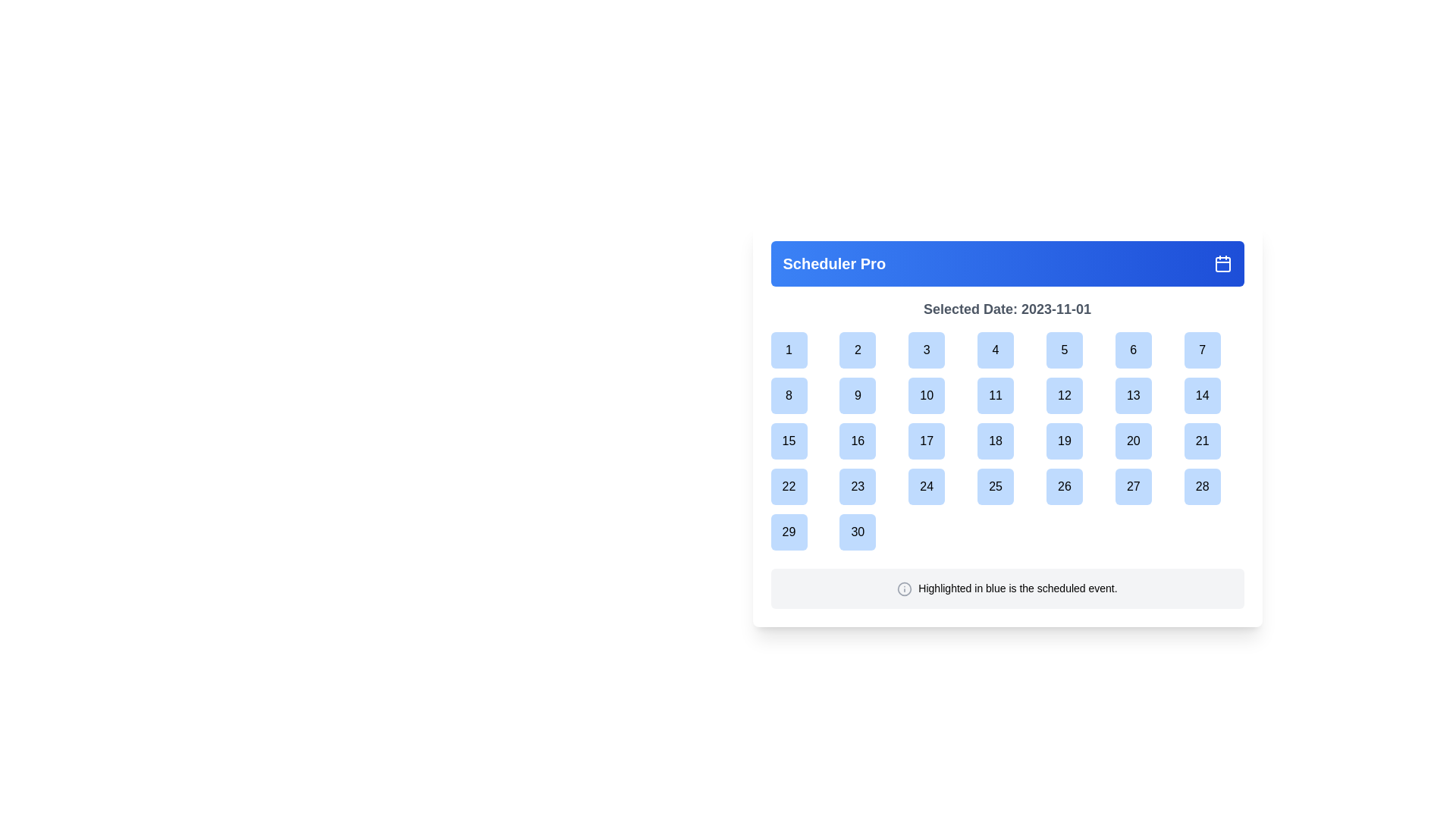 This screenshot has height=819, width=1456. Describe the element at coordinates (858, 532) in the screenshot. I see `the square button with rounded corners displaying '30' in bold black font, located in the bottom row of the calendar grid` at that location.